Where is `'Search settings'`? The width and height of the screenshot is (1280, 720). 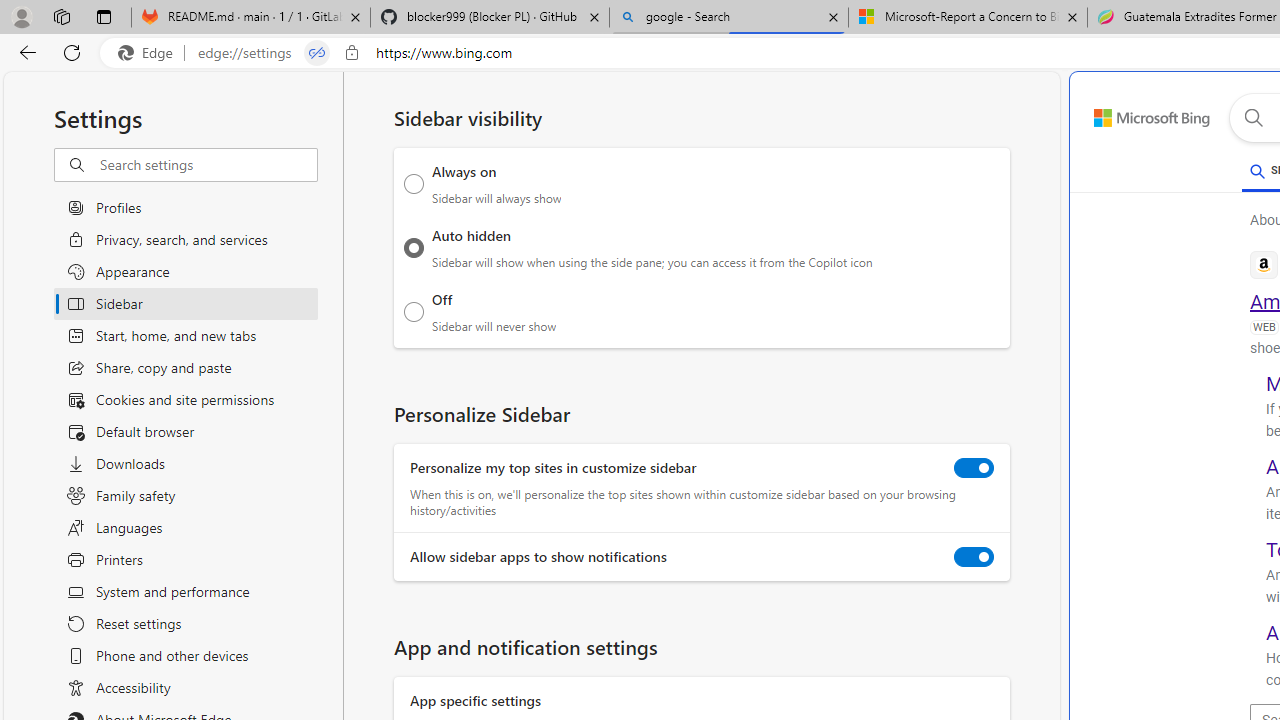
'Search settings' is located at coordinates (208, 164).